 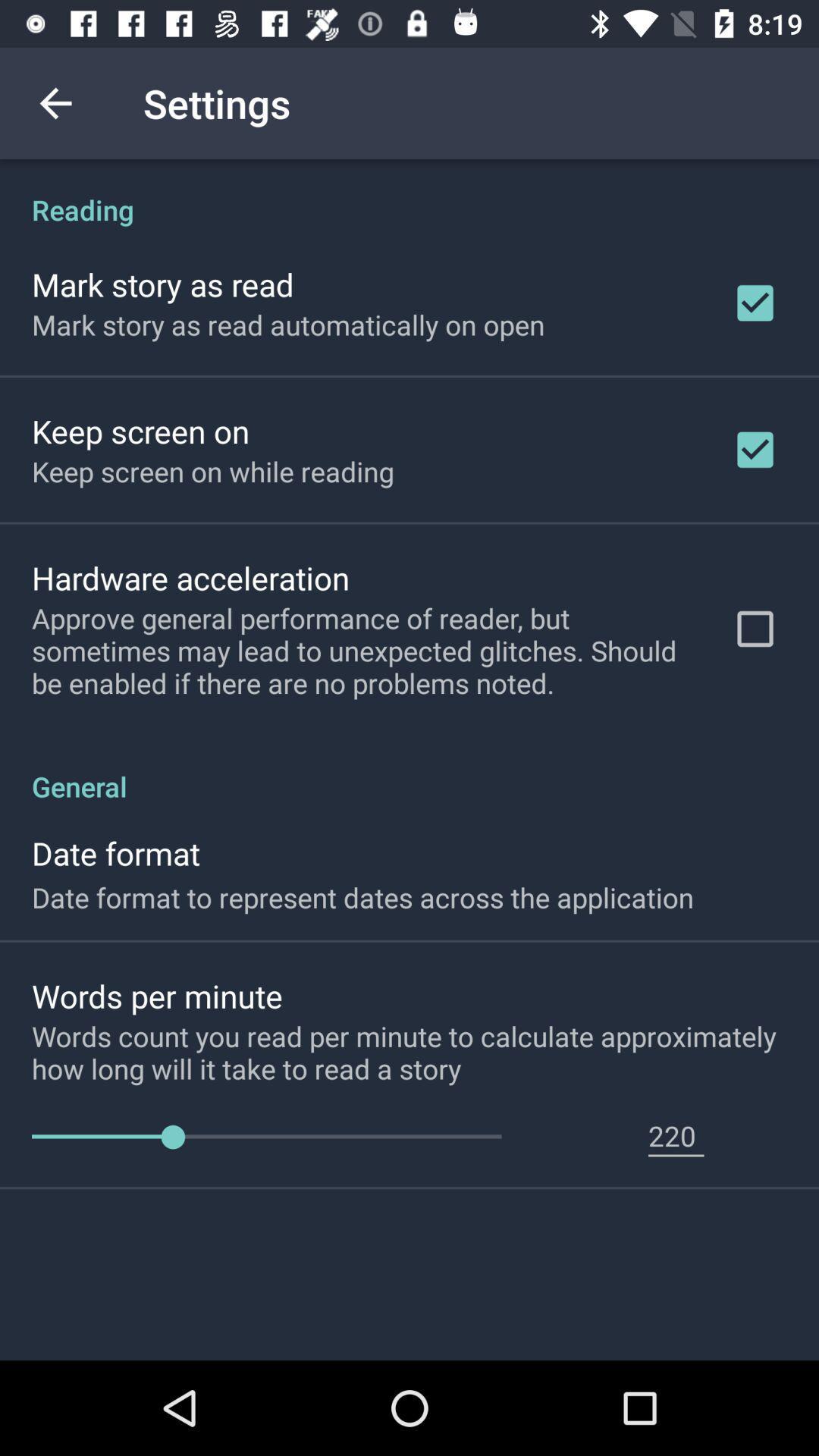 What do you see at coordinates (55, 102) in the screenshot?
I see `the item next to settings` at bounding box center [55, 102].